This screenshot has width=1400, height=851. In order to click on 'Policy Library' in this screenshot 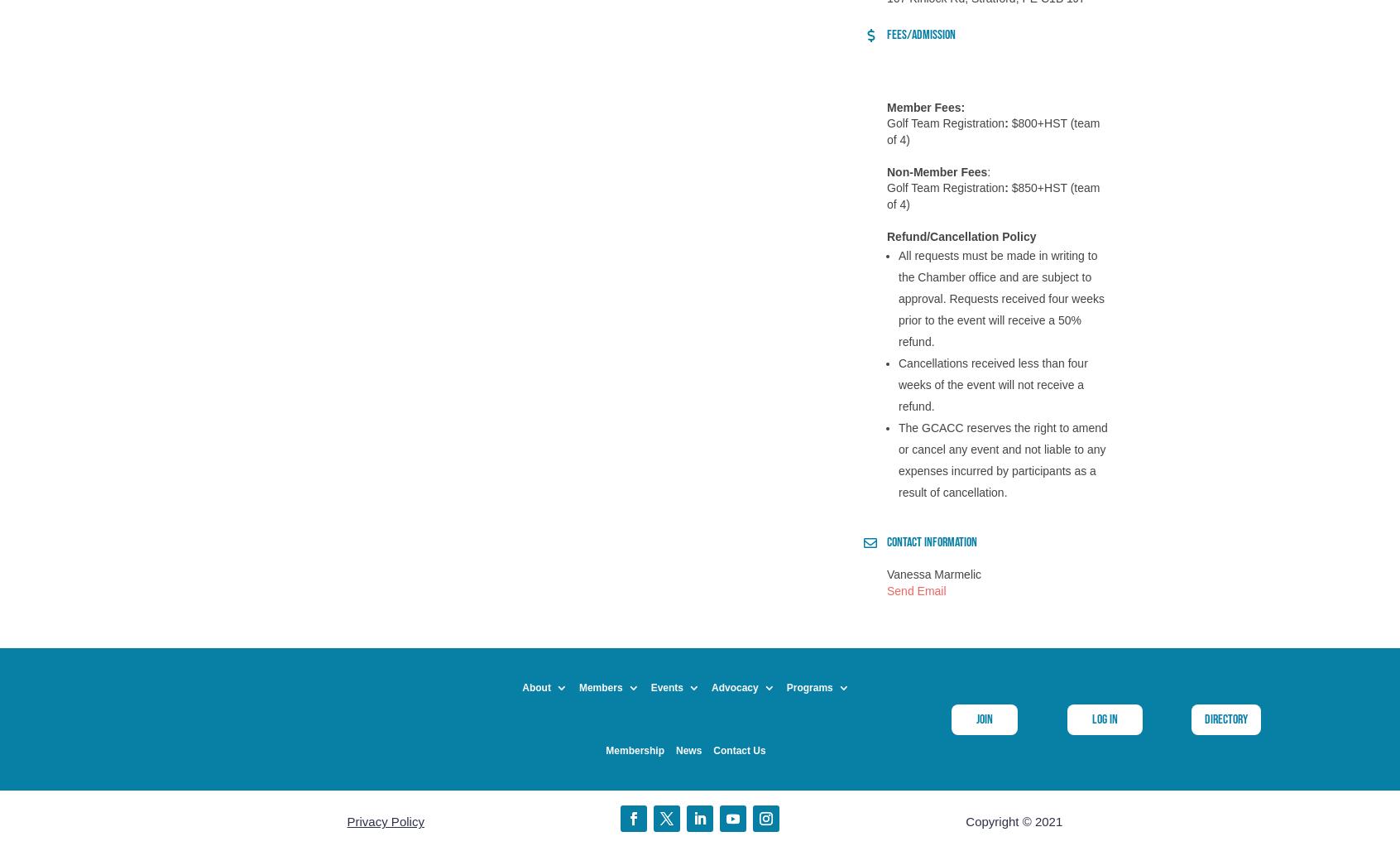, I will do `click(738, 620)`.